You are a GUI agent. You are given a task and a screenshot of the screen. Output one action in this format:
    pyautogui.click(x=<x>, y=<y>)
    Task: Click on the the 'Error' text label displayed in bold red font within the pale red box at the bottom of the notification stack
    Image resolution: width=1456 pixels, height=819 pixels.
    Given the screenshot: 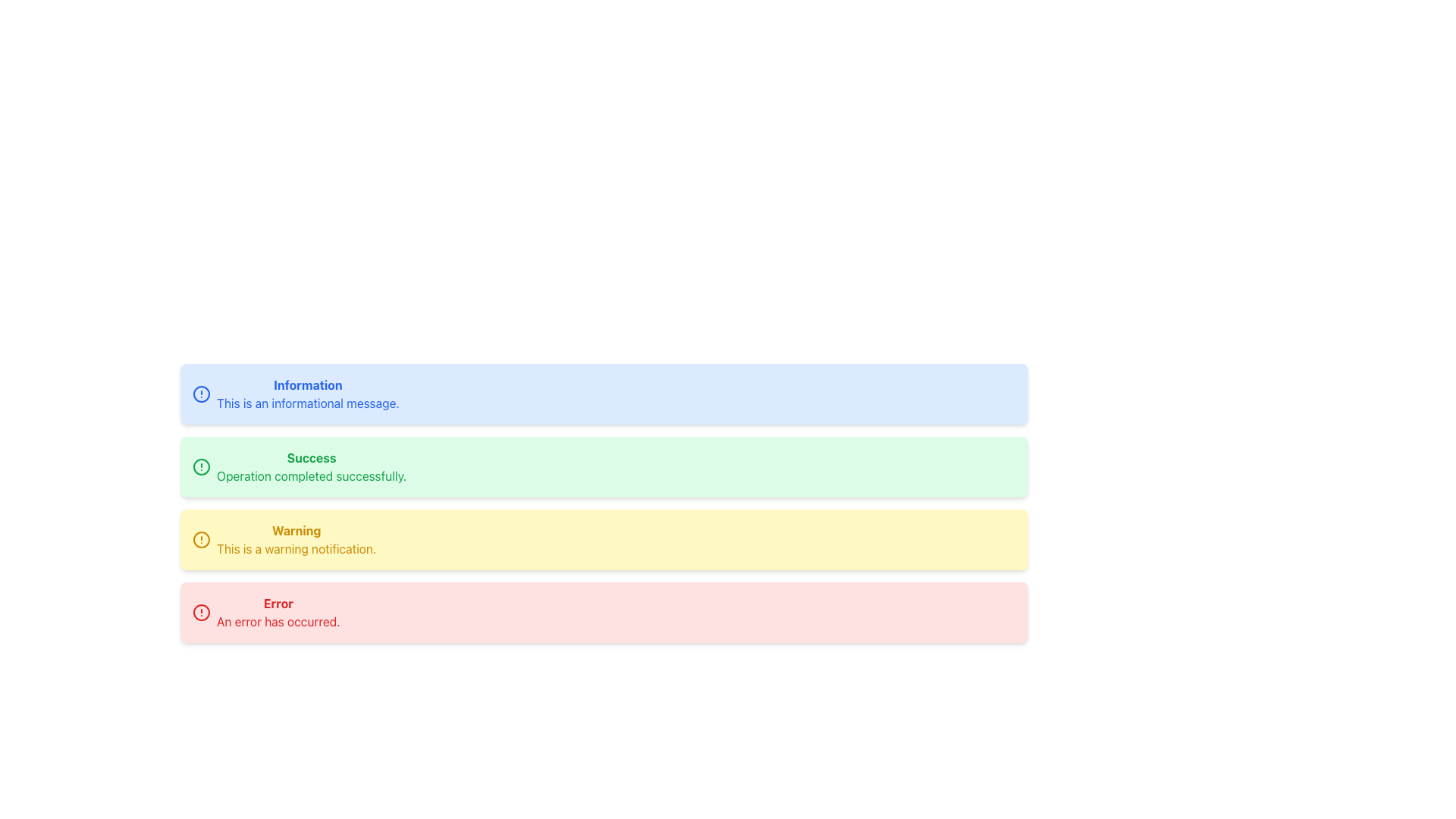 What is the action you would take?
    pyautogui.click(x=278, y=602)
    